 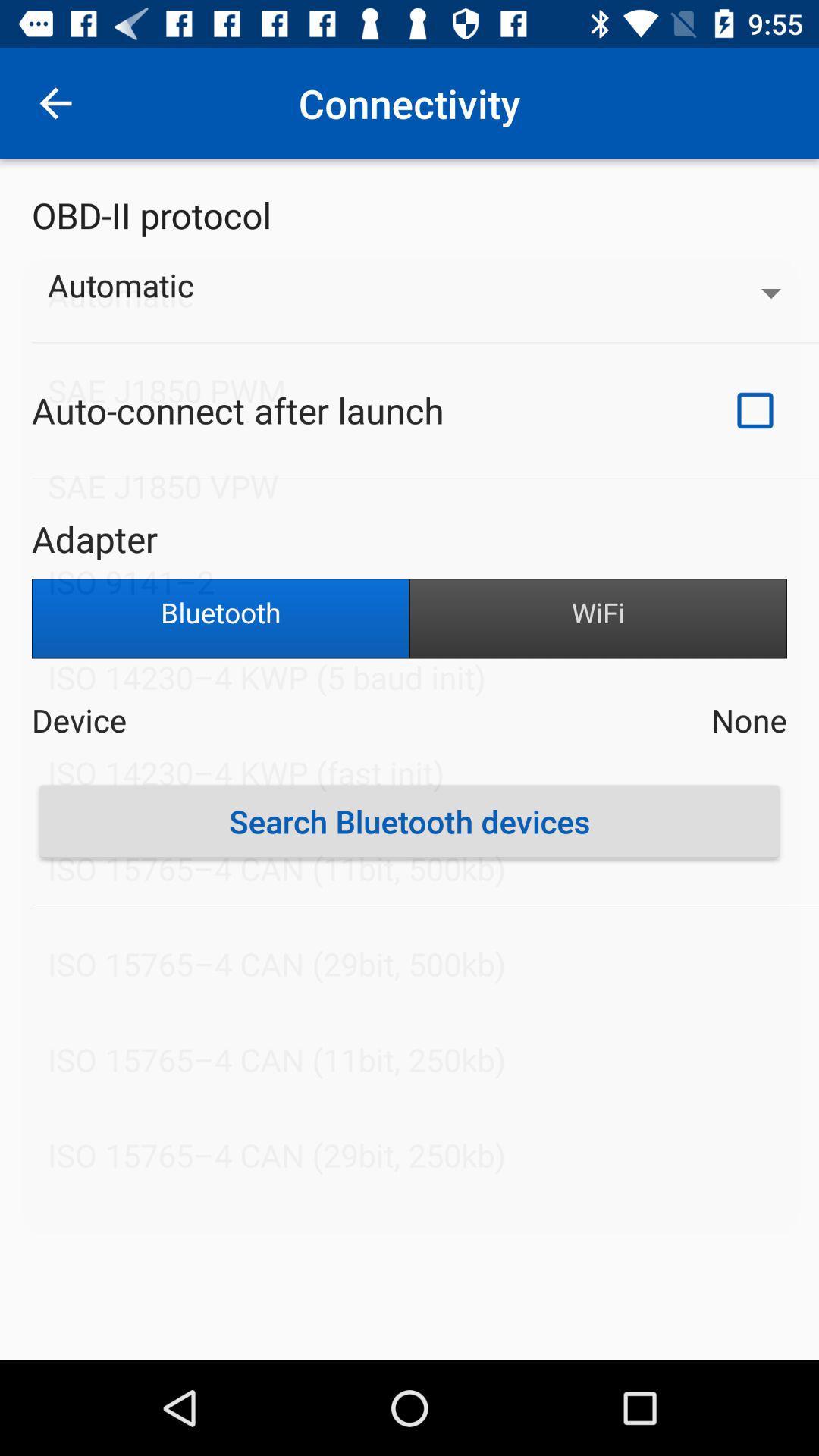 What do you see at coordinates (220, 619) in the screenshot?
I see `bluetooth button on page` at bounding box center [220, 619].